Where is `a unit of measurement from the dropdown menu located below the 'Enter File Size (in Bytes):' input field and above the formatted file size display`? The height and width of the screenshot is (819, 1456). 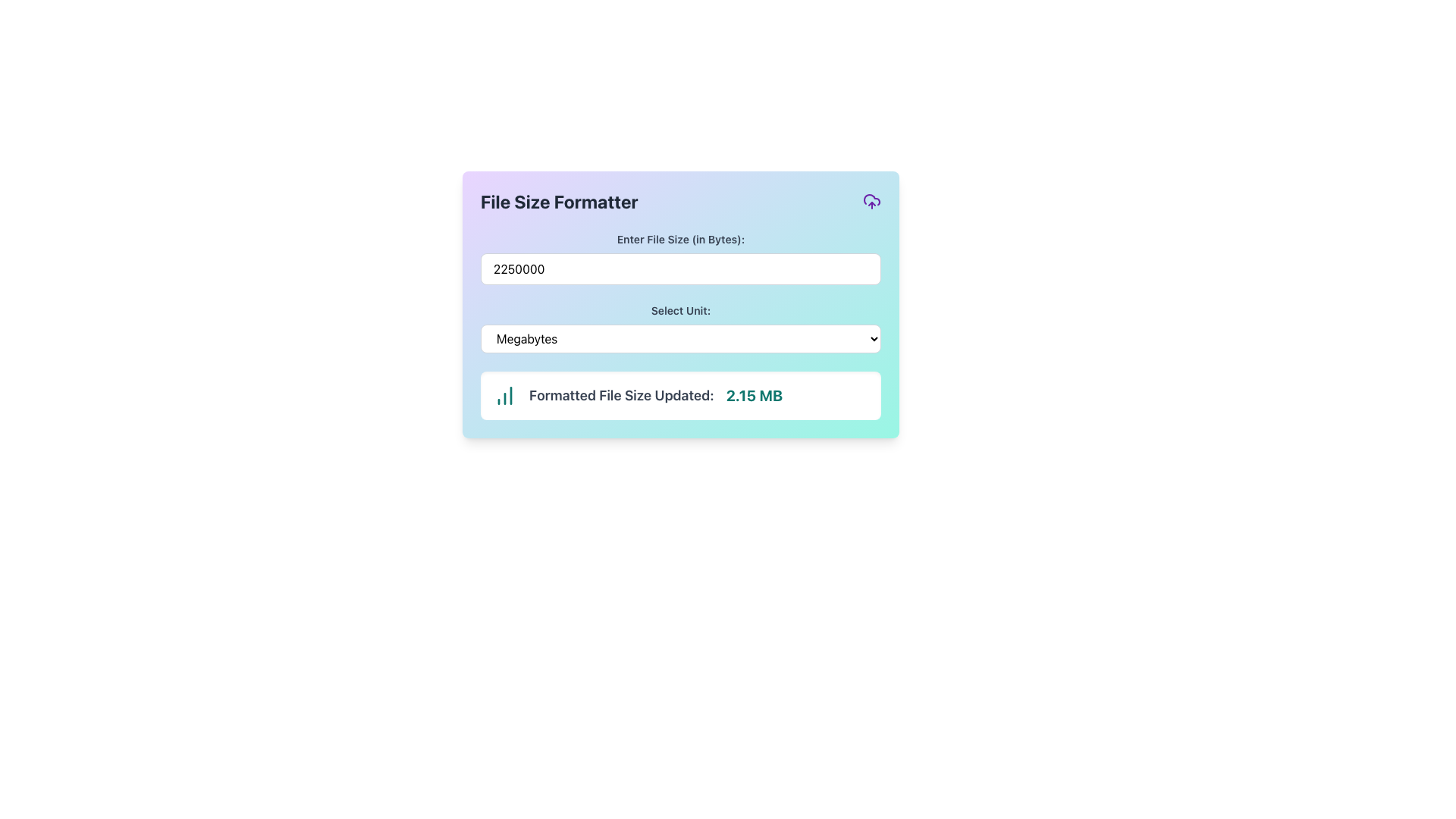 a unit of measurement from the dropdown menu located below the 'Enter File Size (in Bytes):' input field and above the formatted file size display is located at coordinates (679, 327).